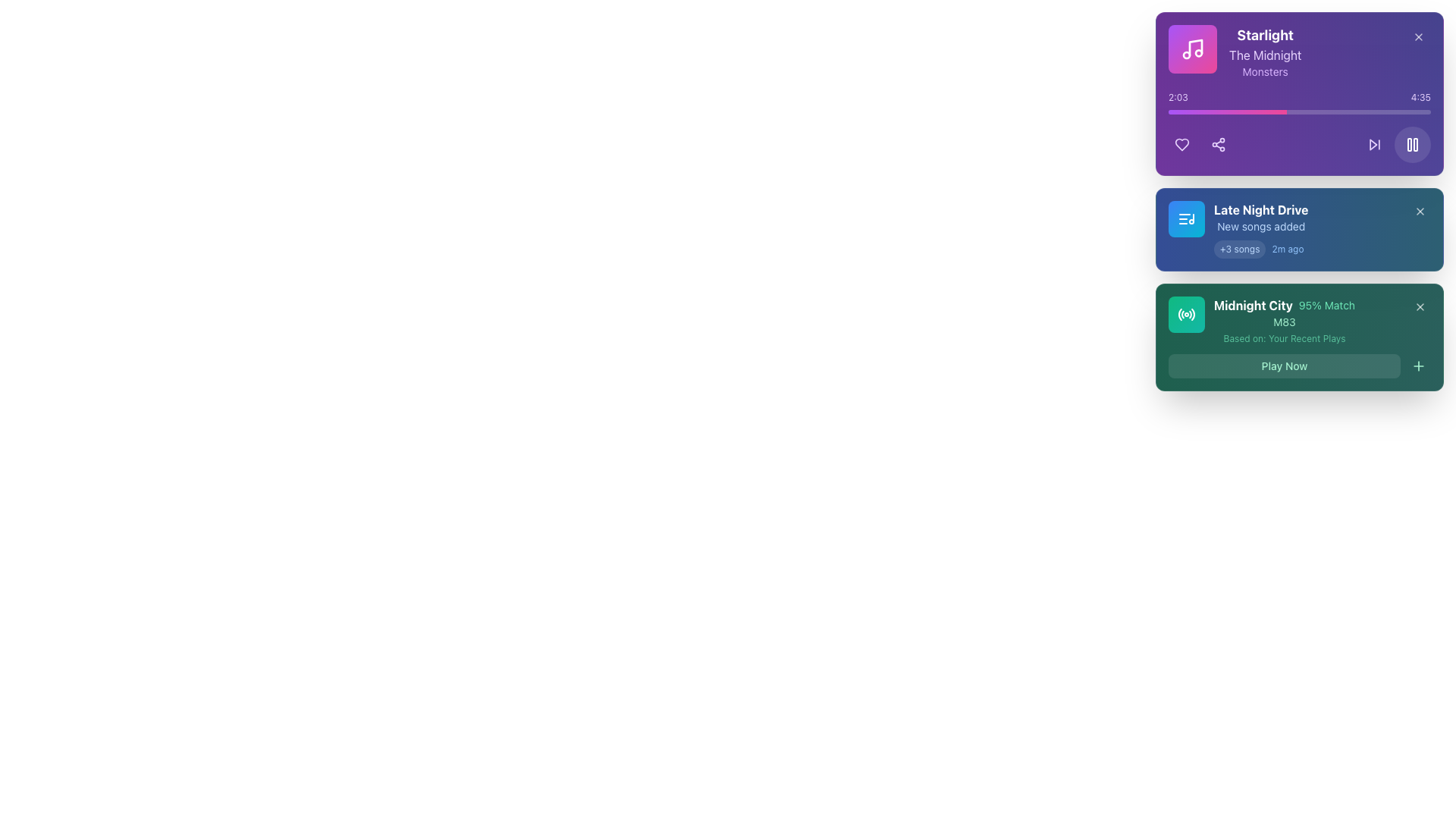 This screenshot has width=1456, height=819. What do you see at coordinates (1185, 314) in the screenshot?
I see `the circular radio icon with concentric circles styled in white, located on the left side of the green gradient background in the 'Midnight City' music card` at bounding box center [1185, 314].